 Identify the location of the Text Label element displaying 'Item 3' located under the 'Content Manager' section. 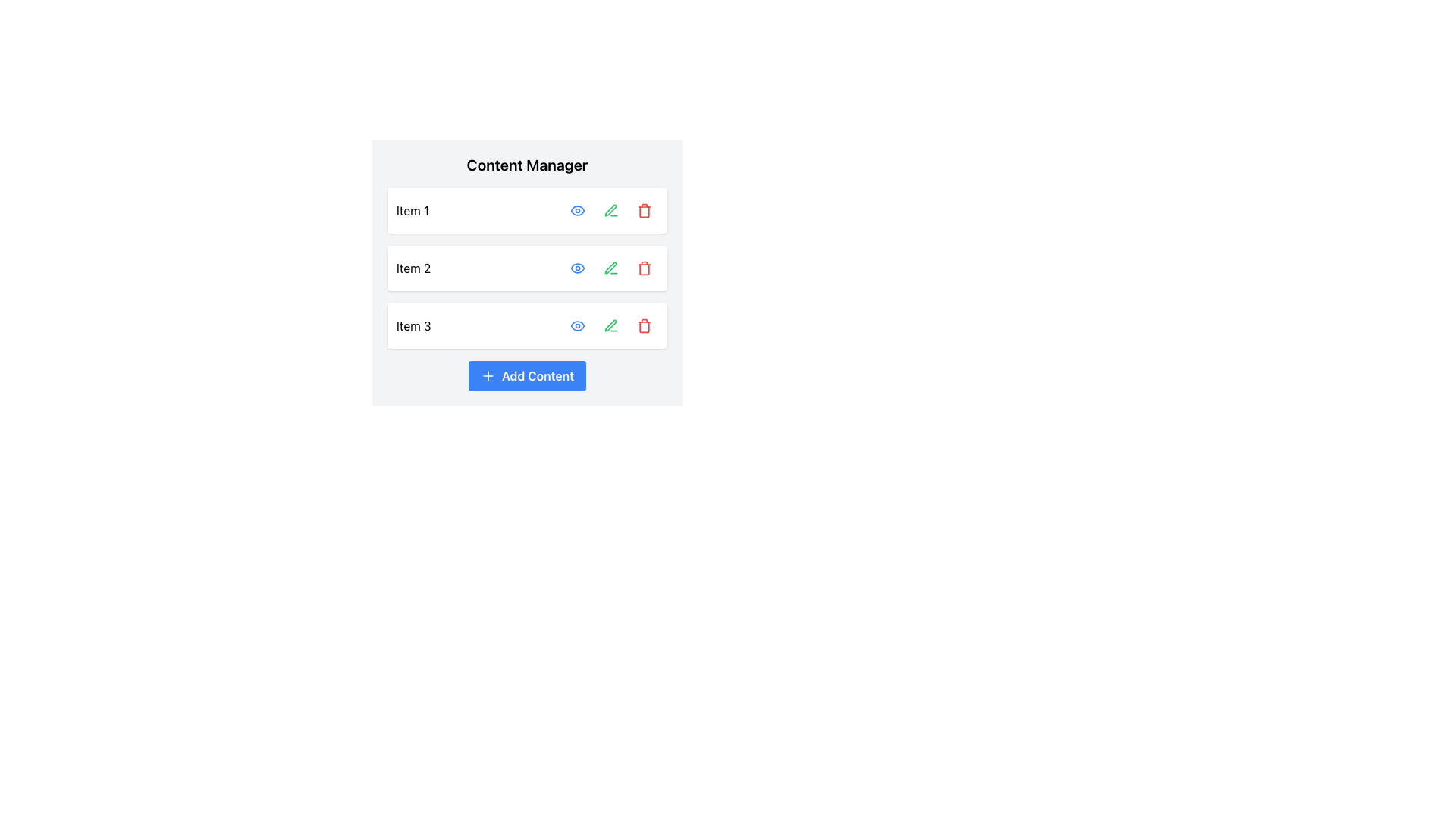
(413, 325).